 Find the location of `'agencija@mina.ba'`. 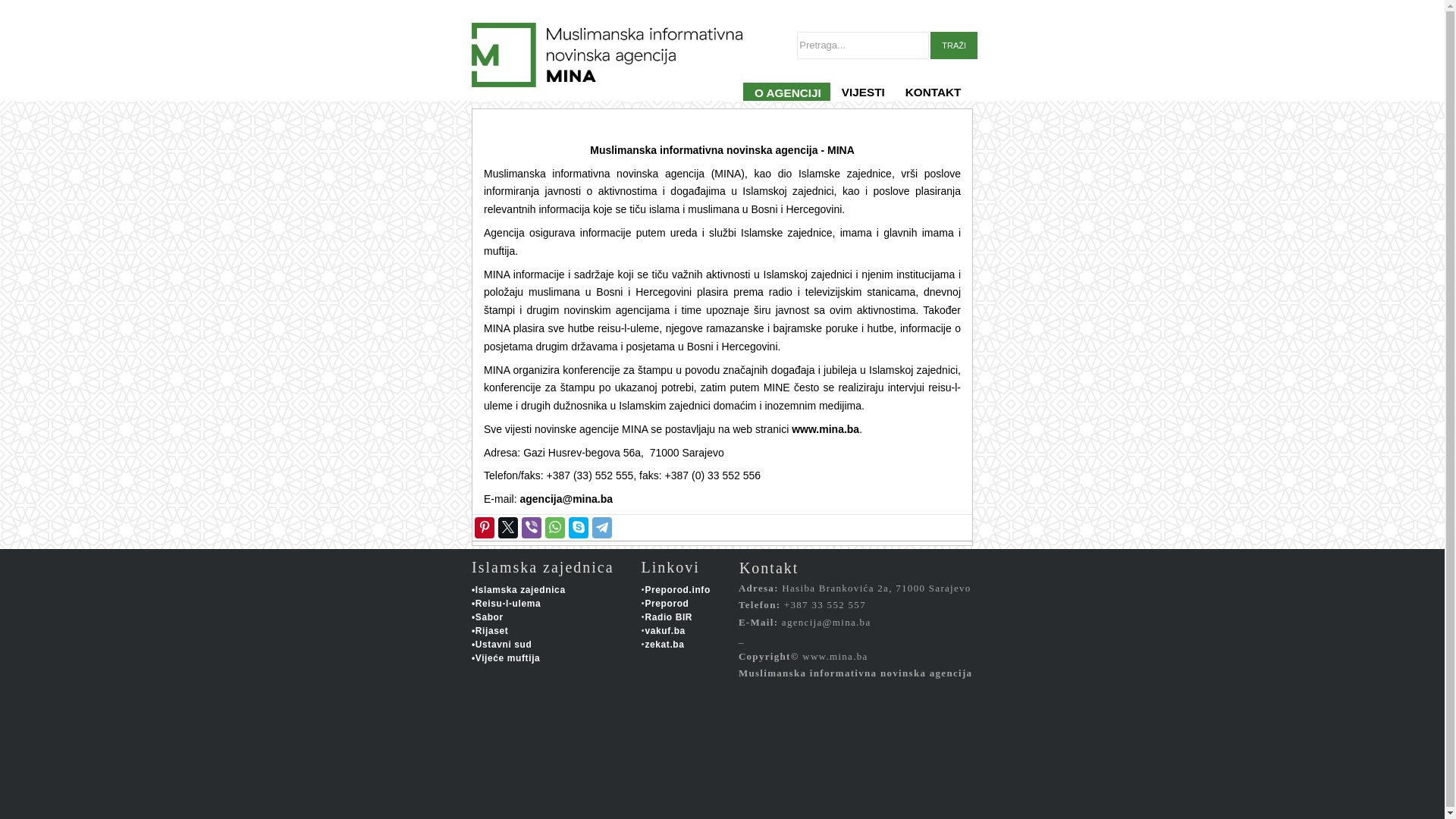

'agencija@mina.ba' is located at coordinates (565, 499).